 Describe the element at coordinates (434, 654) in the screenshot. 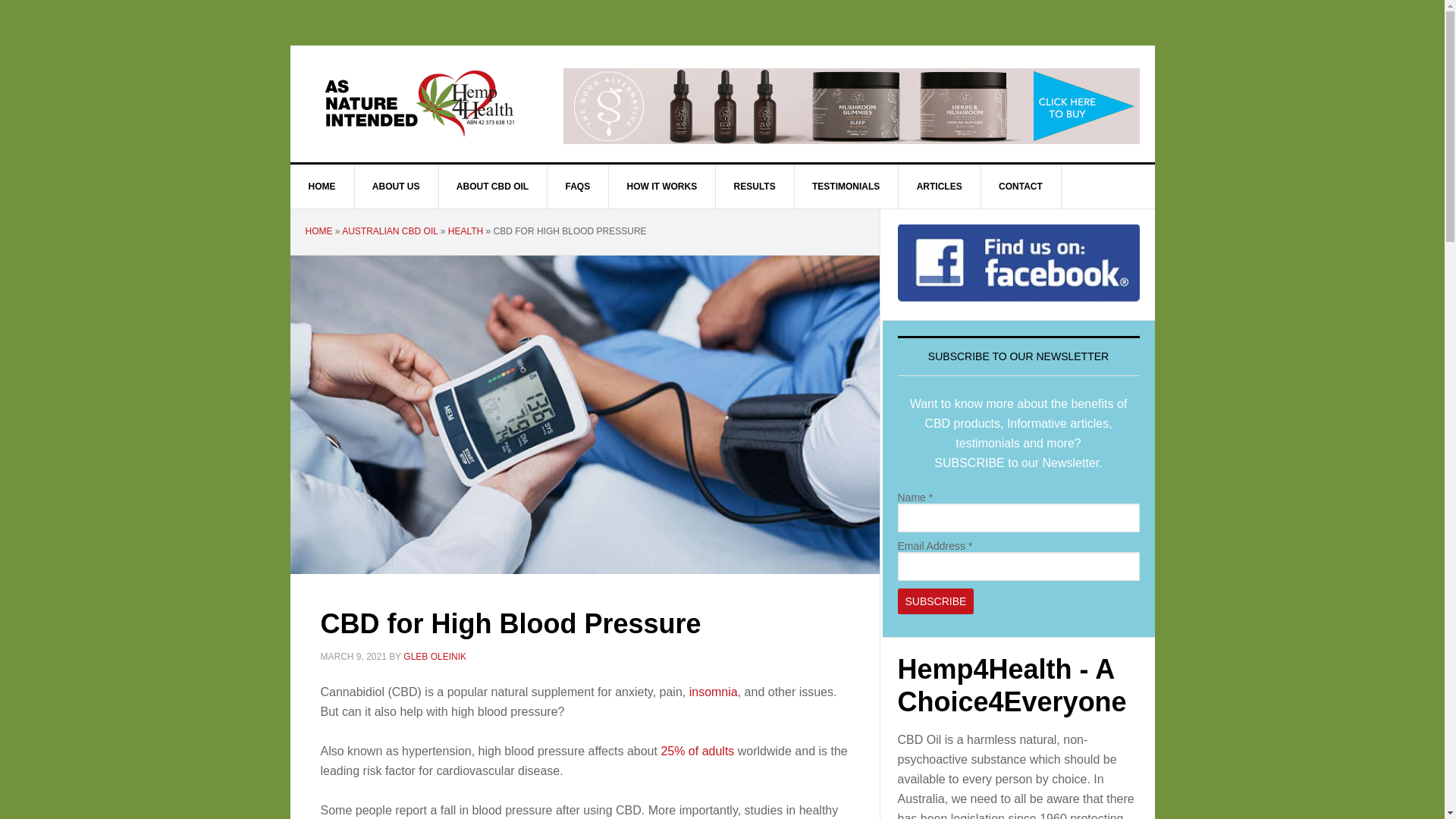

I see `'GLEB OLEINIK'` at that location.